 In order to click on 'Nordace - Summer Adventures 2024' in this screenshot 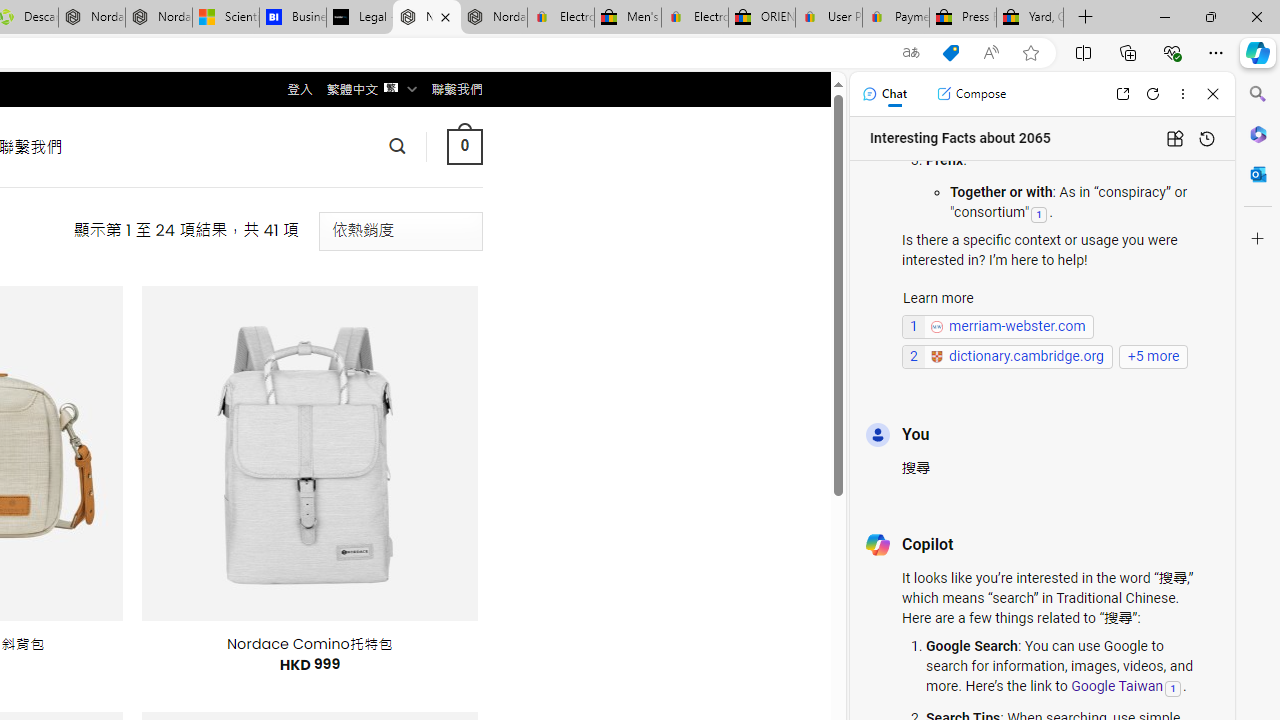, I will do `click(91, 17)`.